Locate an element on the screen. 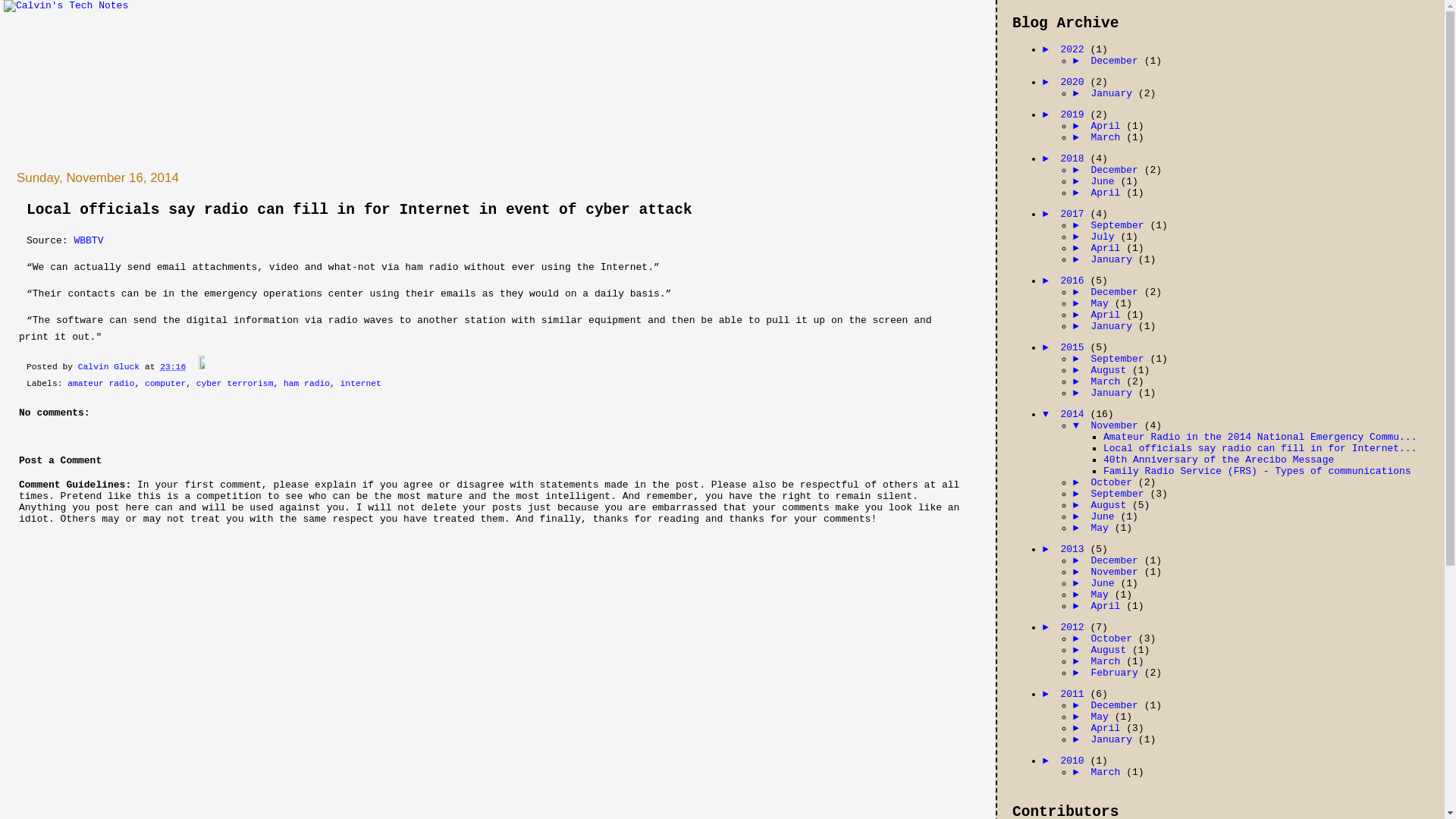 This screenshot has width=1456, height=819. '2016' is located at coordinates (1074, 281).